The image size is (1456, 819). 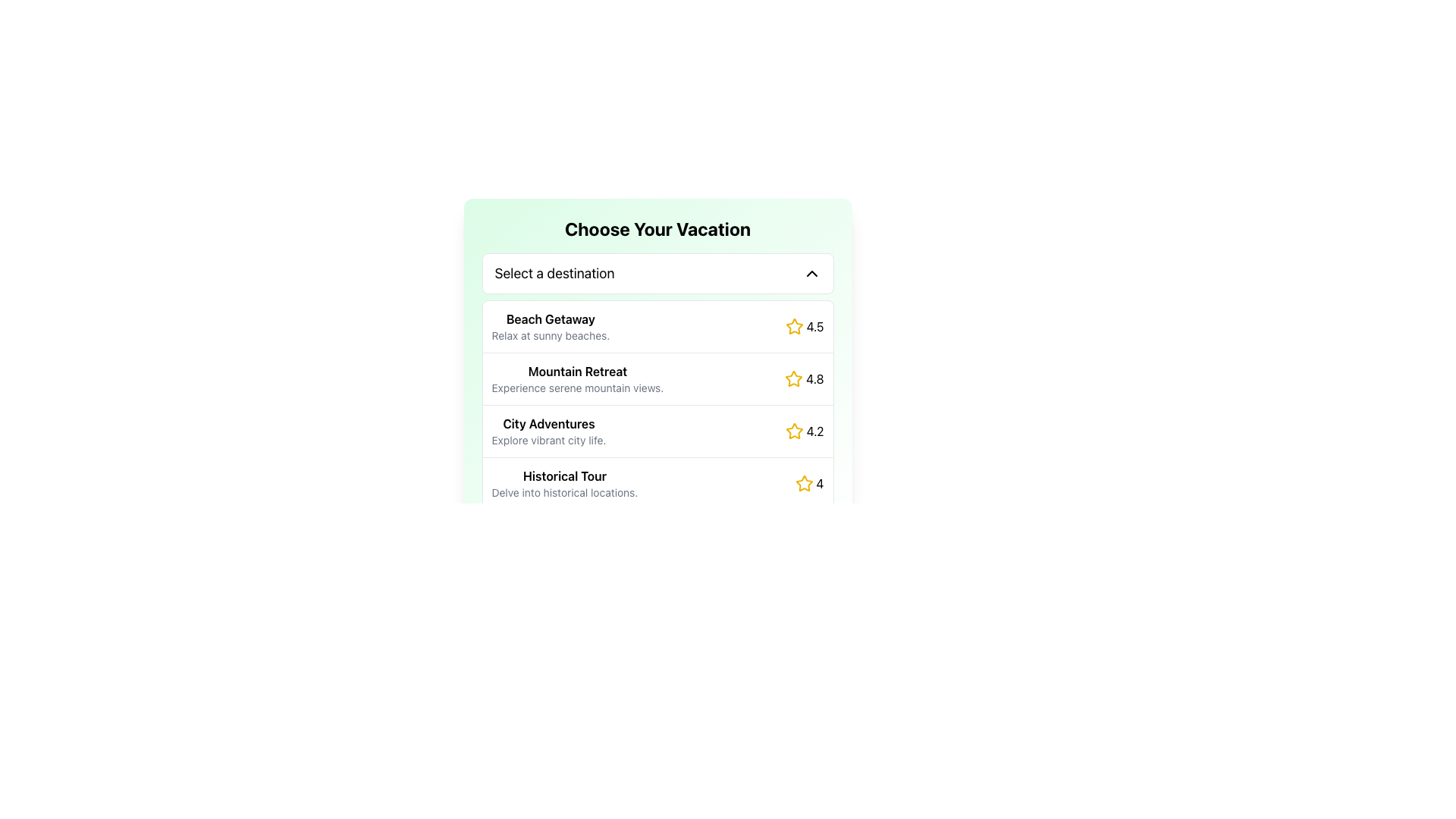 I want to click on text-label element serving as the title for the historical tour option in the vacation selection menu, positioned below 'City Adventures', so click(x=563, y=475).